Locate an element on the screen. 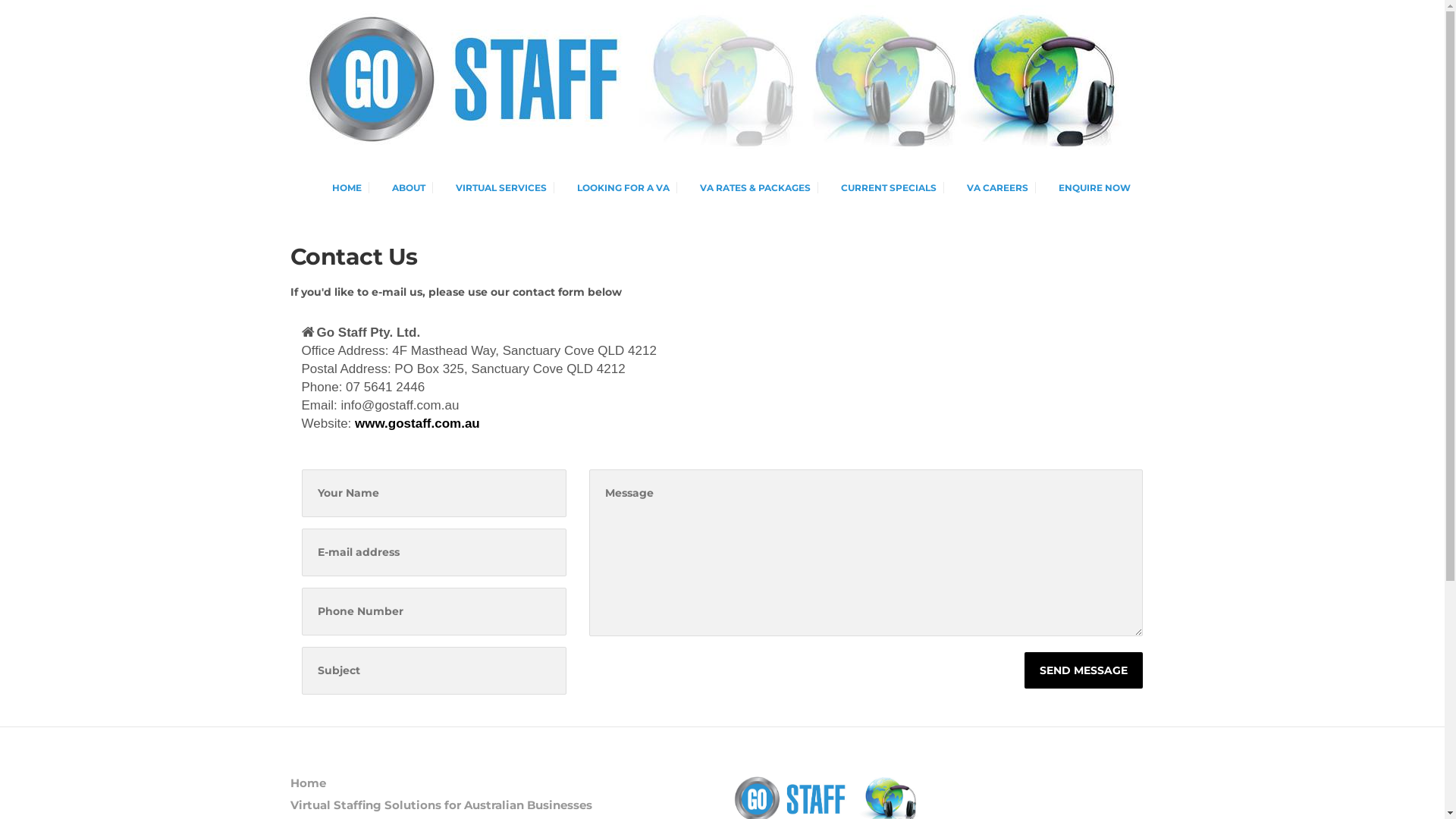 Image resolution: width=1456 pixels, height=819 pixels. 'VA CAREERS' is located at coordinates (990, 187).